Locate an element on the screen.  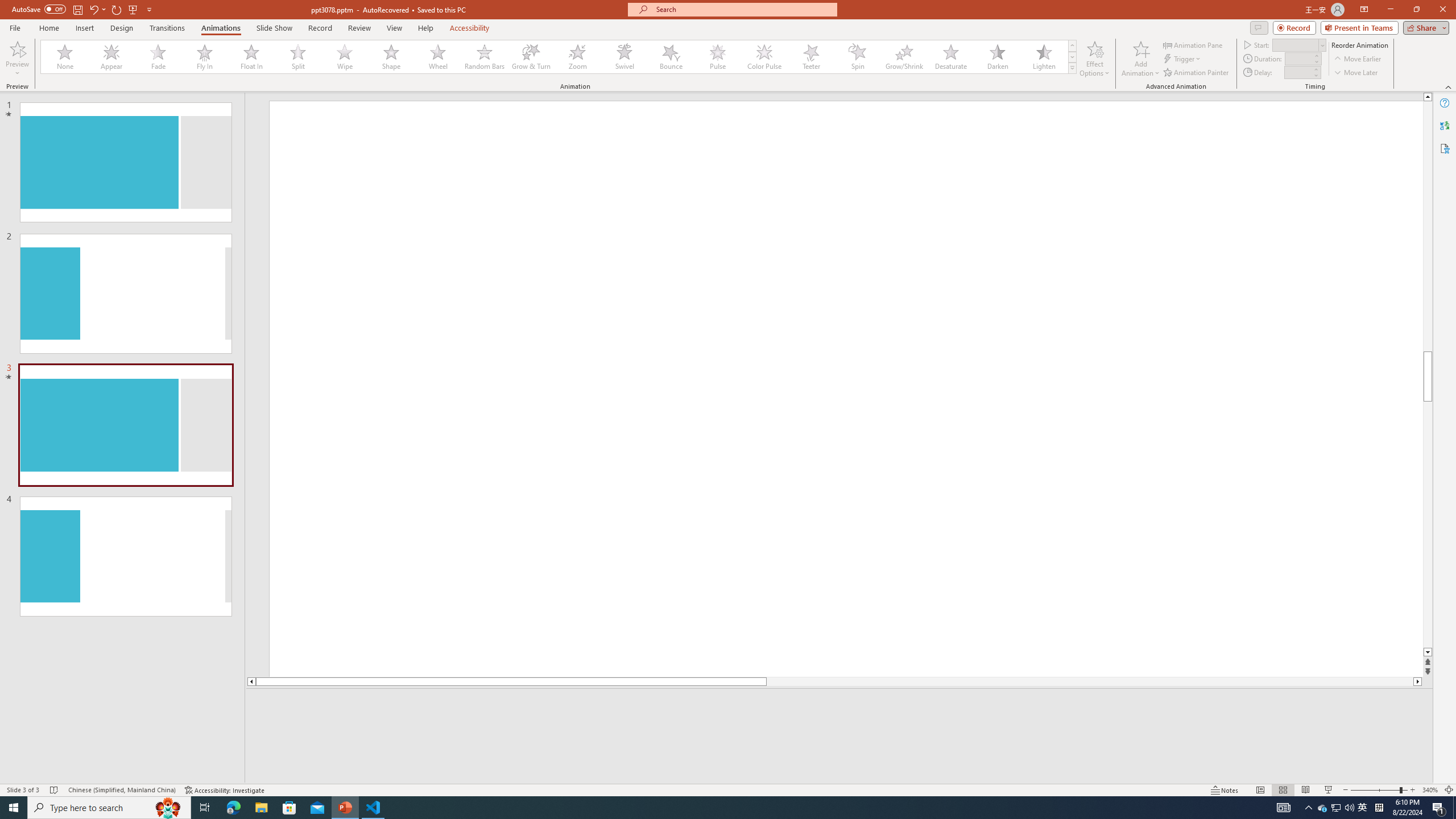
'Lighten' is located at coordinates (1043, 56).